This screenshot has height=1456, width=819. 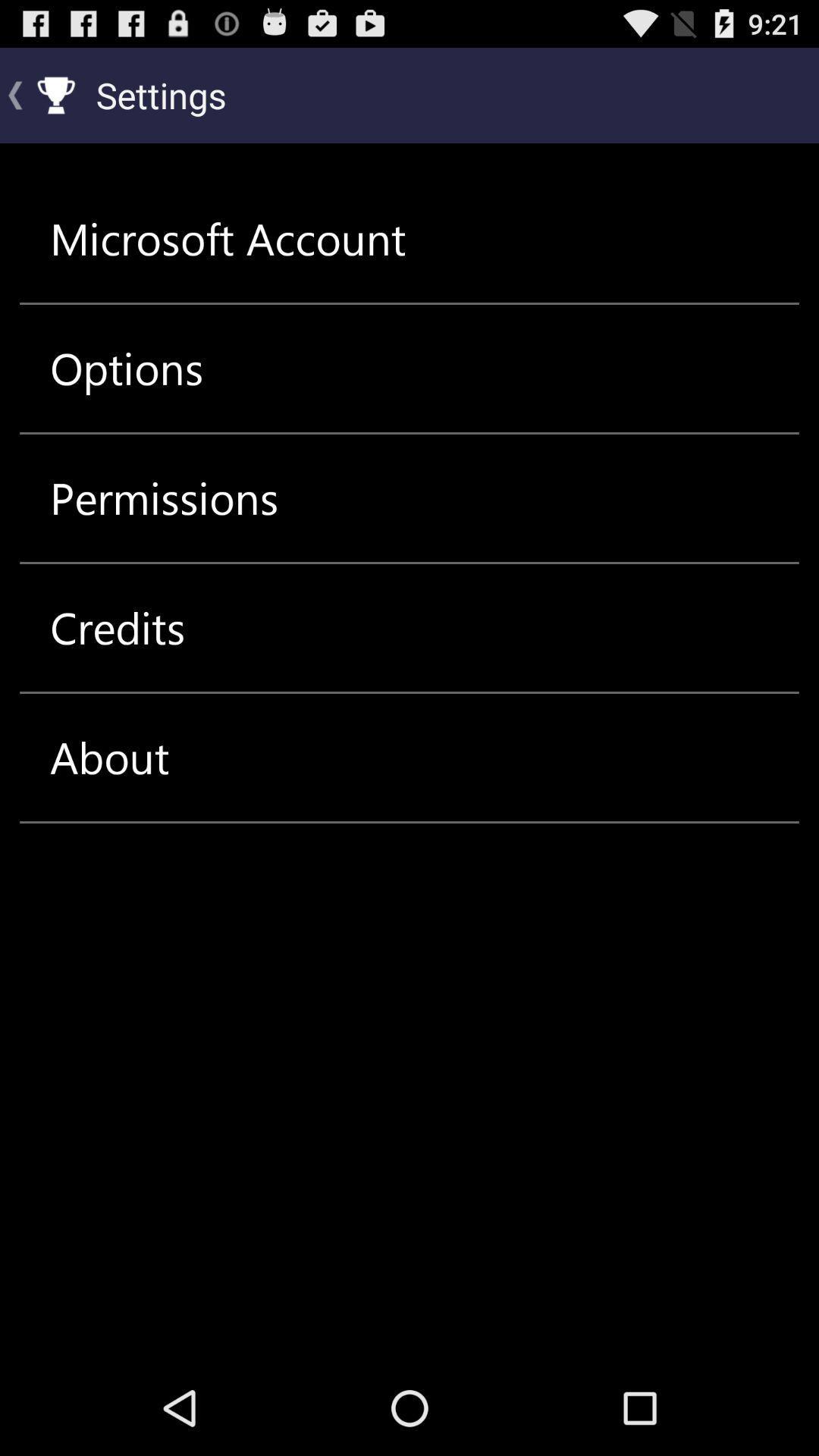 I want to click on the credits icon, so click(x=117, y=628).